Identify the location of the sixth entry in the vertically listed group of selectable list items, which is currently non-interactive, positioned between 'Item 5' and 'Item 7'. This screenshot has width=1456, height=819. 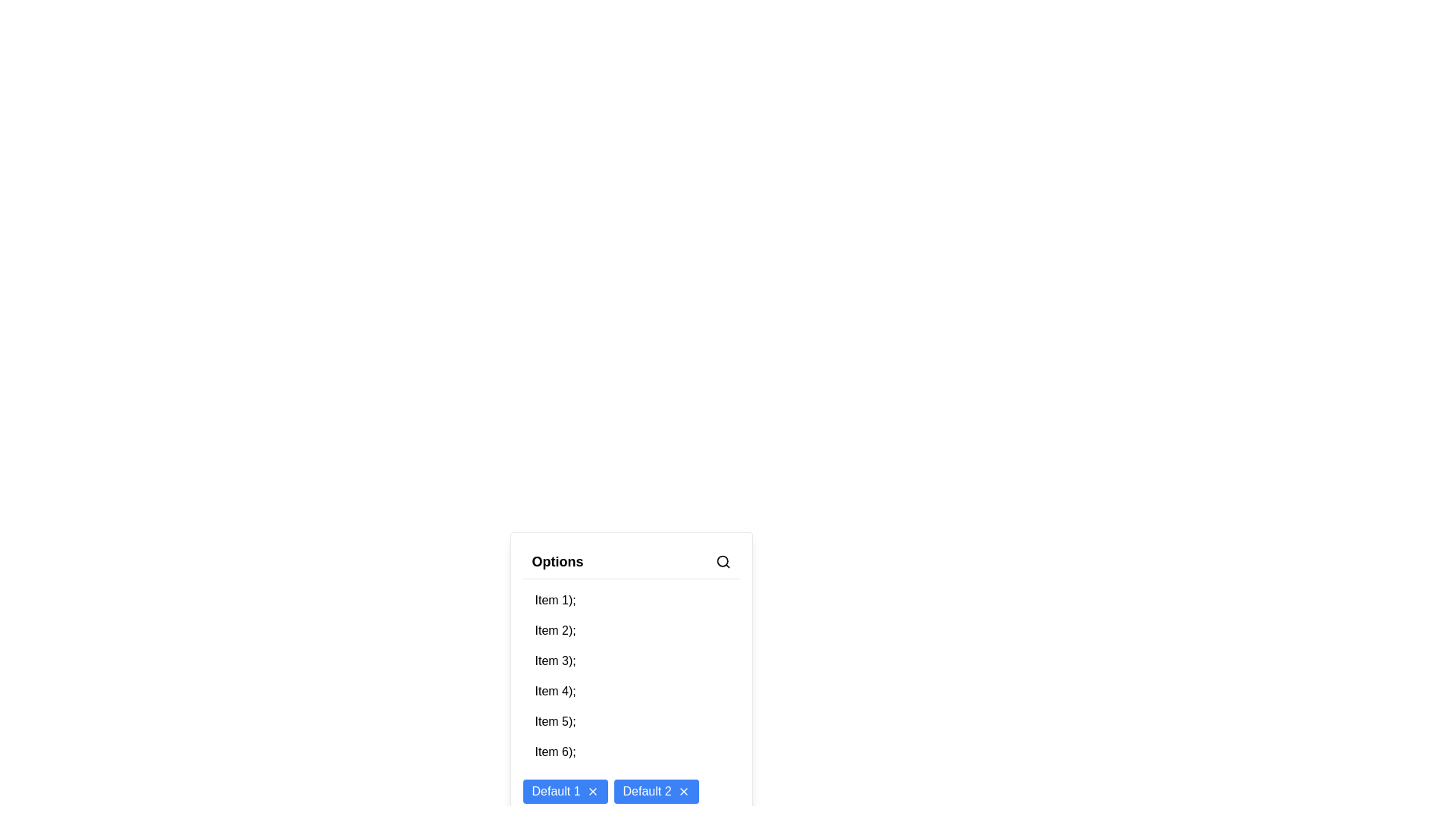
(631, 752).